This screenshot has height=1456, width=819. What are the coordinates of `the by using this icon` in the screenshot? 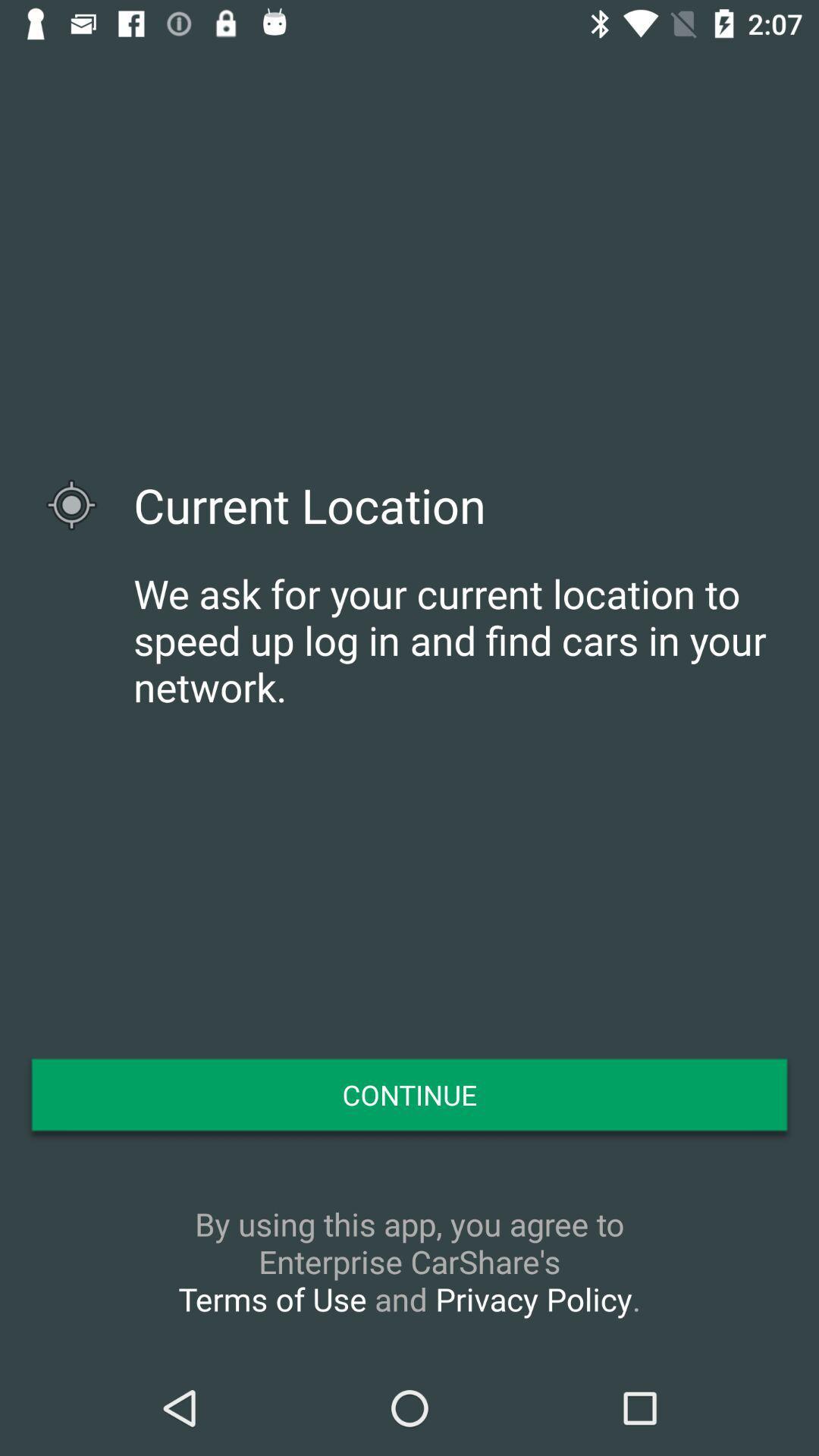 It's located at (409, 1261).